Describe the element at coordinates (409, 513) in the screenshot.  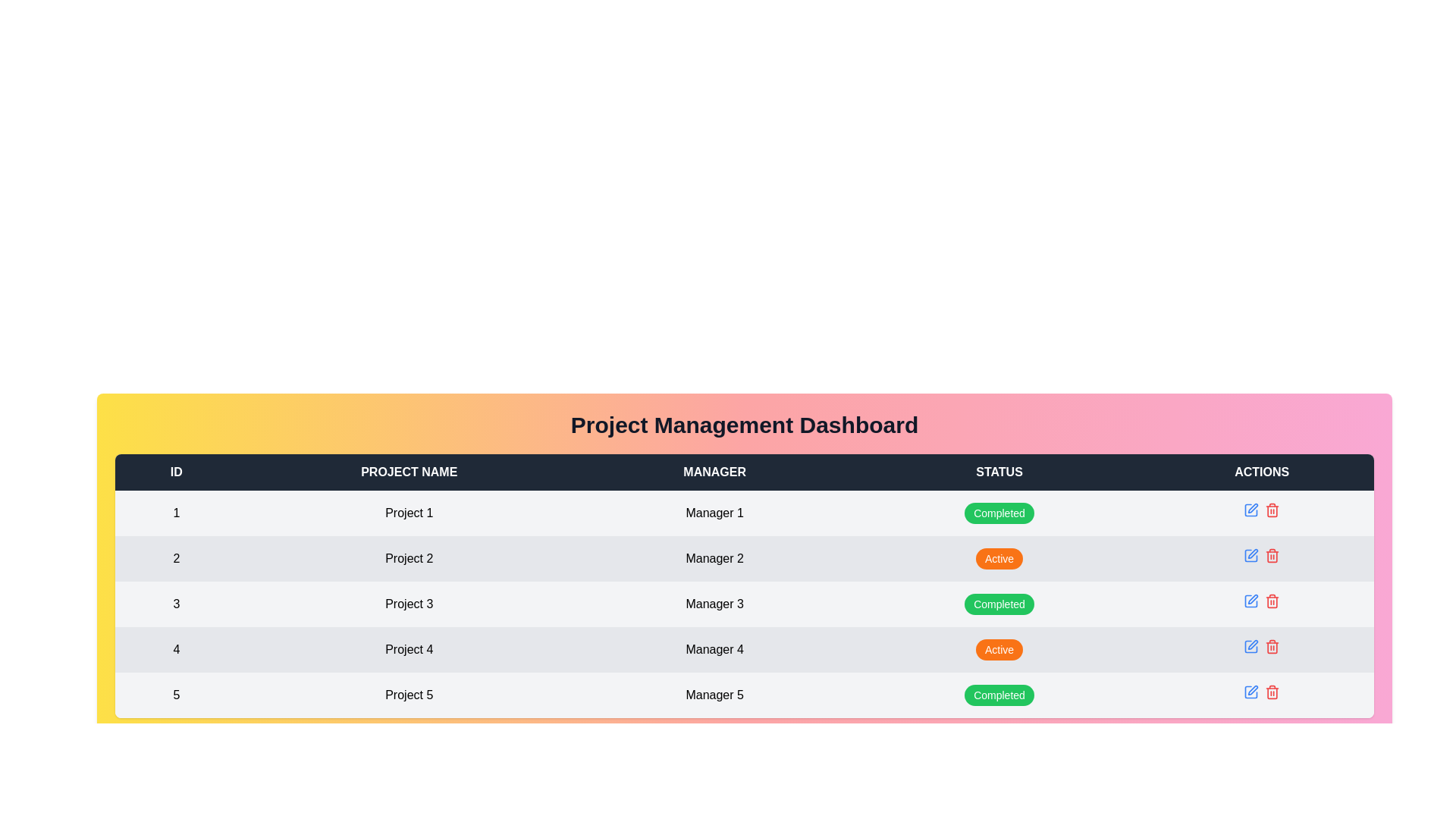
I see `on the text field containing 'Project 1' in the table under the 'PROJECT NAME' column` at that location.